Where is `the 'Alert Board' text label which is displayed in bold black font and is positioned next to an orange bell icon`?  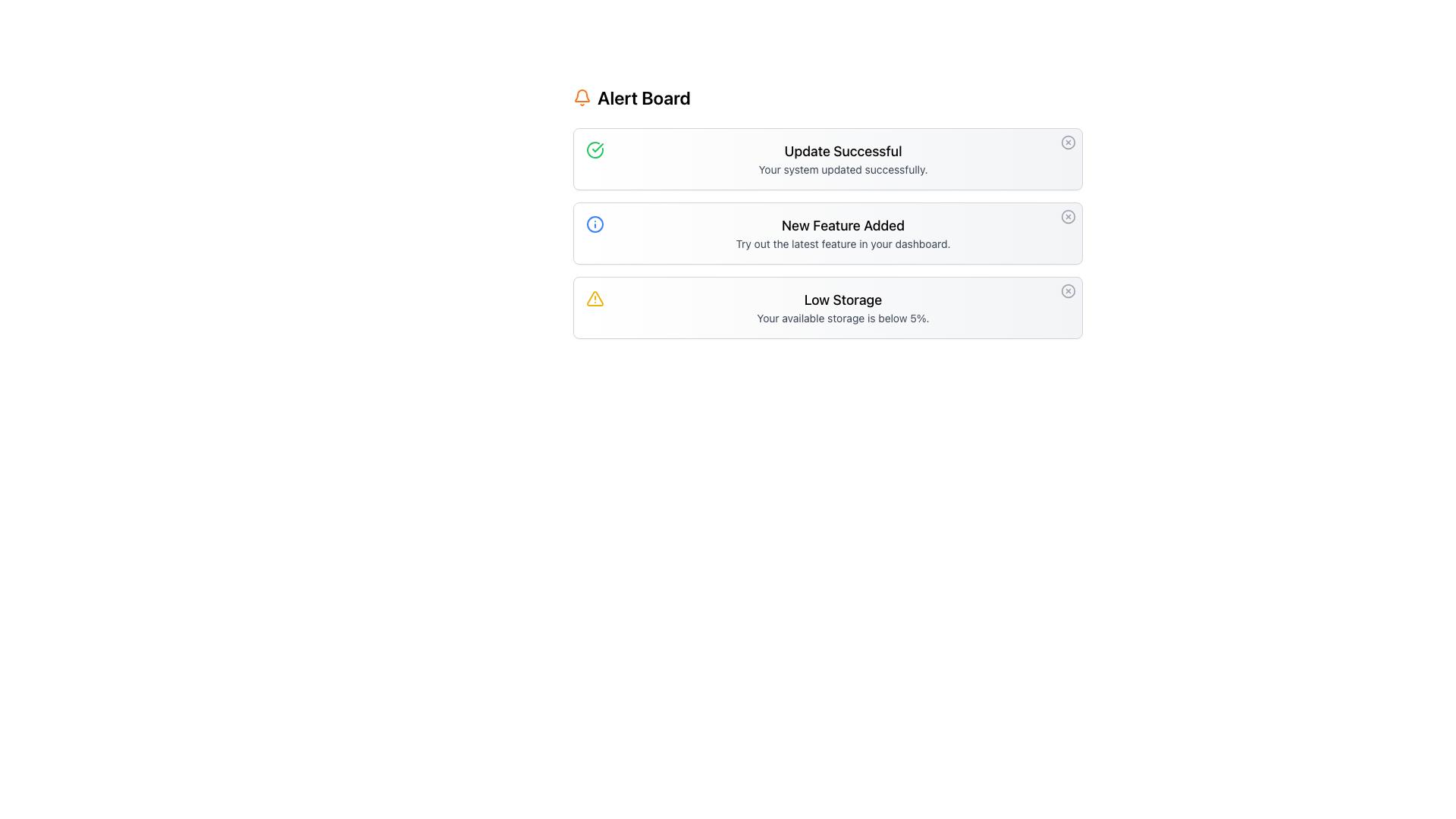
the 'Alert Board' text label which is displayed in bold black font and is positioned next to an orange bell icon is located at coordinates (644, 97).